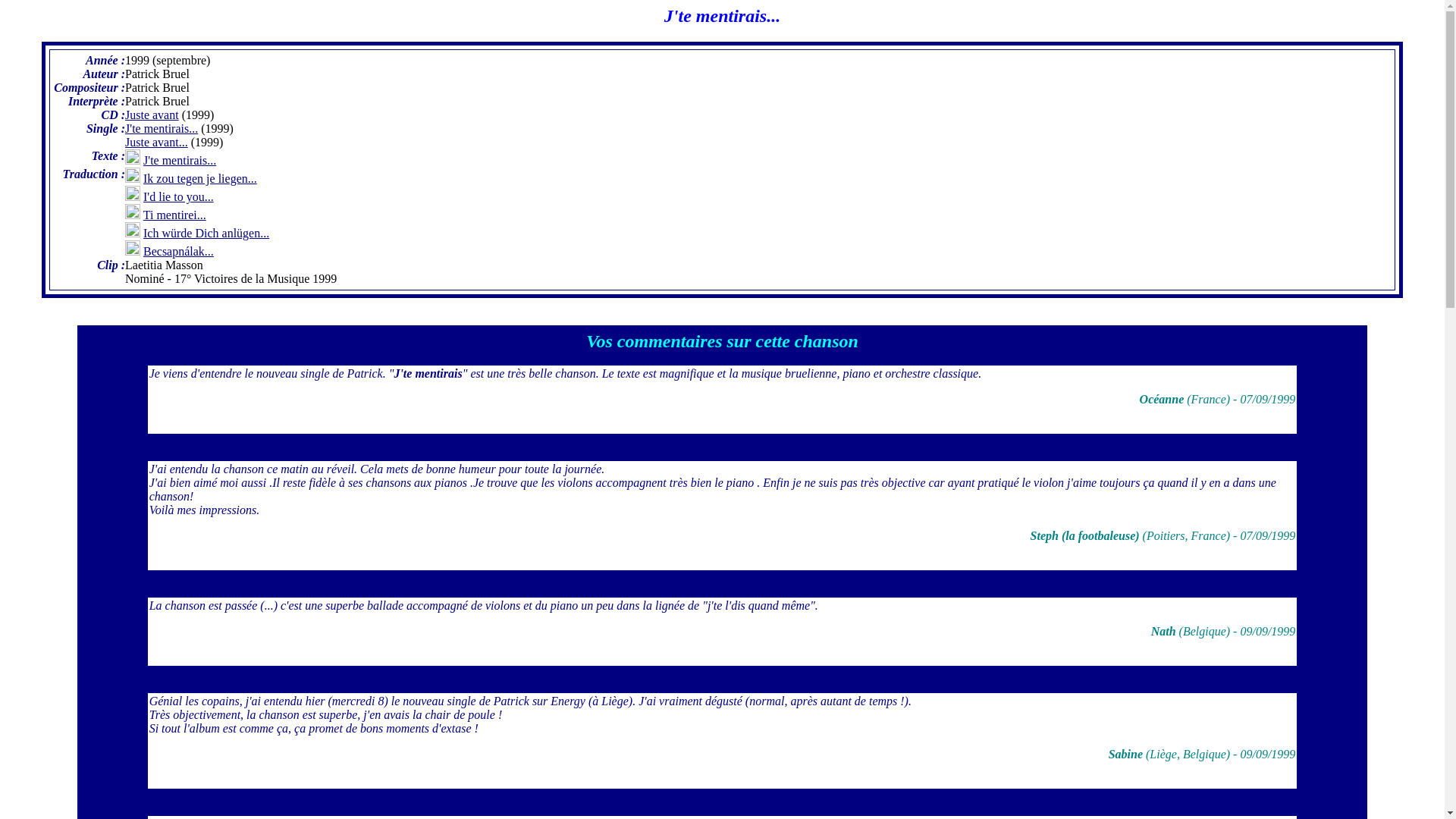 The width and height of the screenshot is (1456, 819). I want to click on 'J'te mentirais...', so click(179, 160).